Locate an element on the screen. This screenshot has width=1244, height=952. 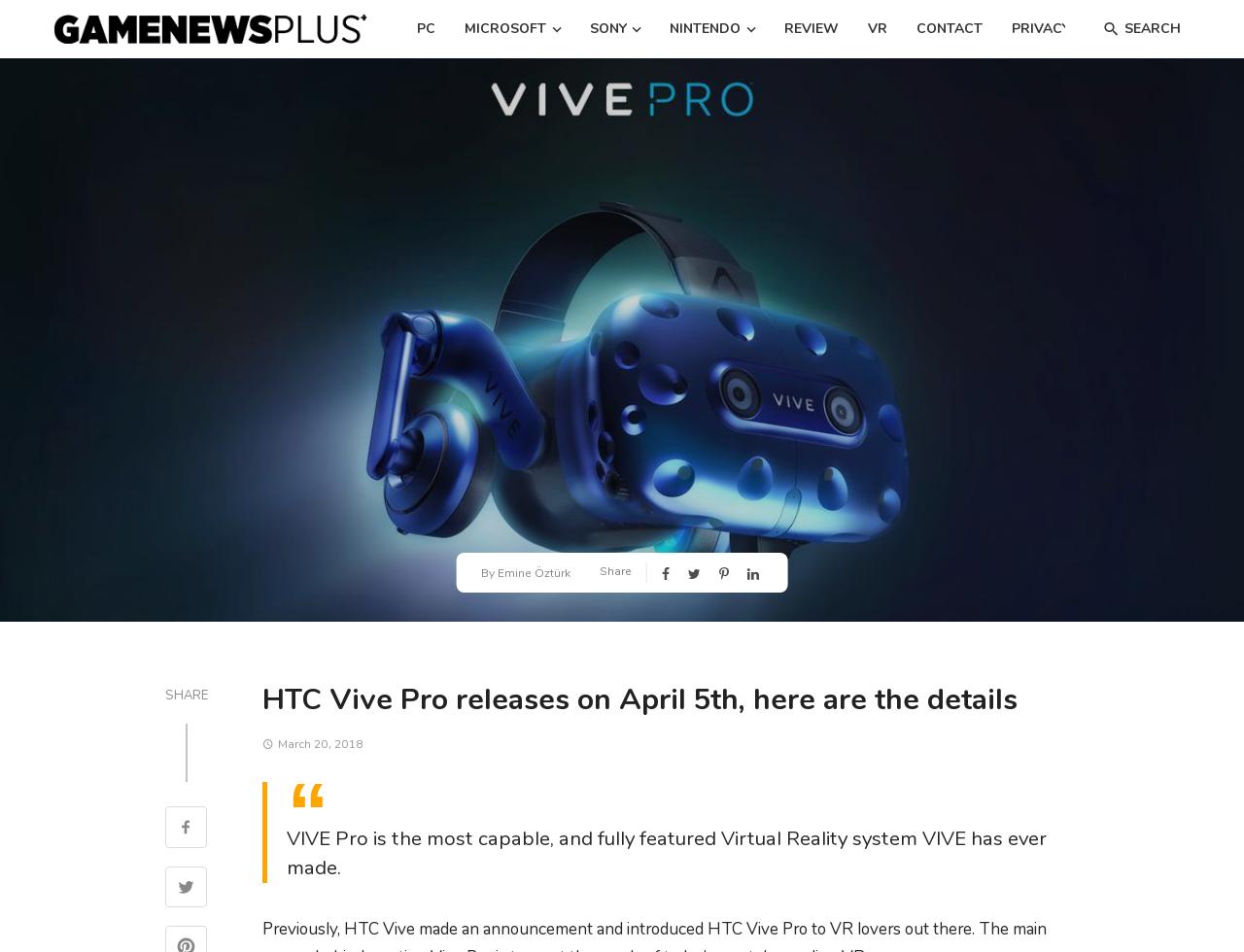
'March 20, 2018' is located at coordinates (276, 743).